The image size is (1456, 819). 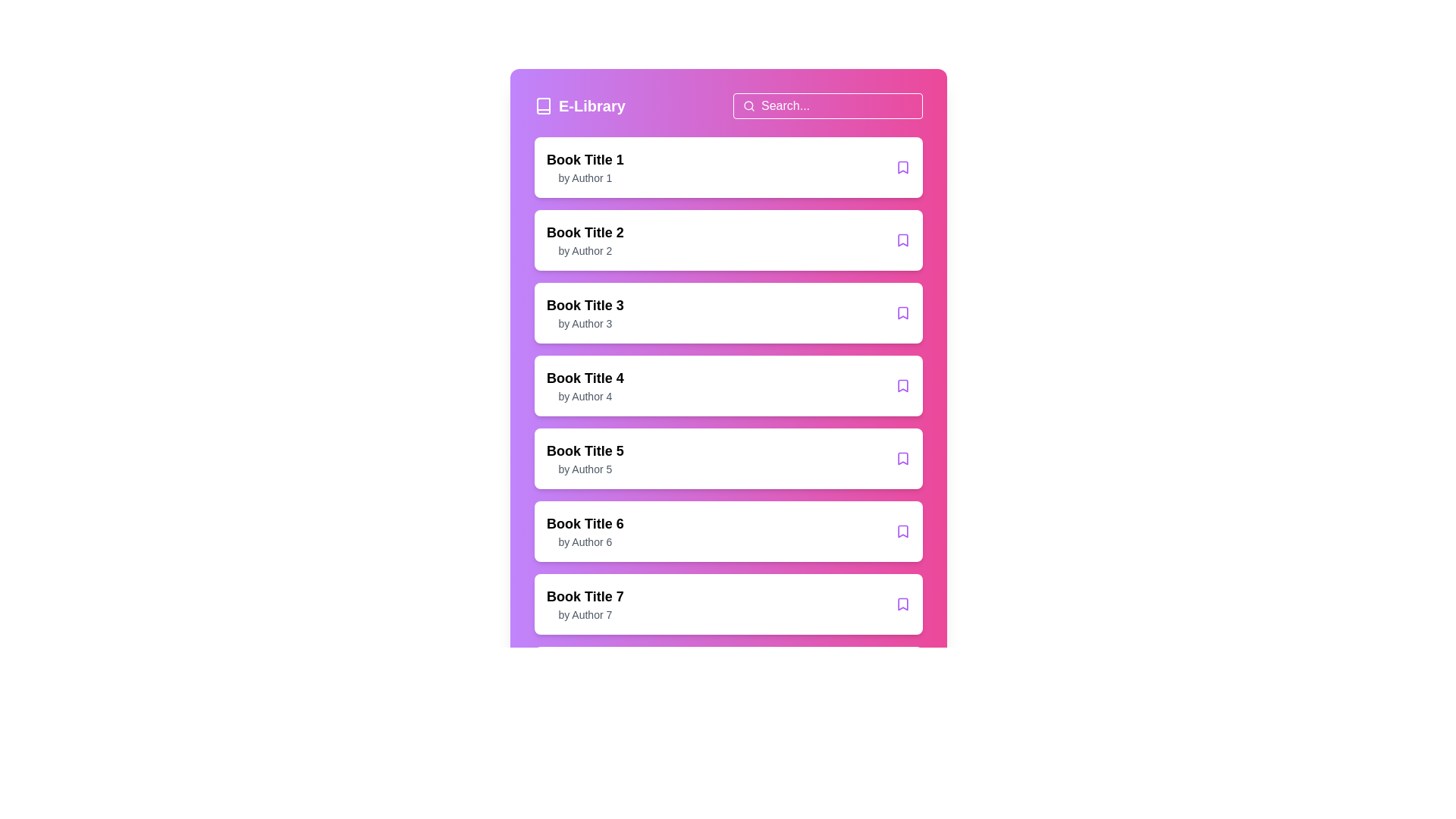 I want to click on the purple SVG bookmark icon located at the bottom right corner of the 'Book Title 7 by Author 7' card, so click(x=902, y=604).